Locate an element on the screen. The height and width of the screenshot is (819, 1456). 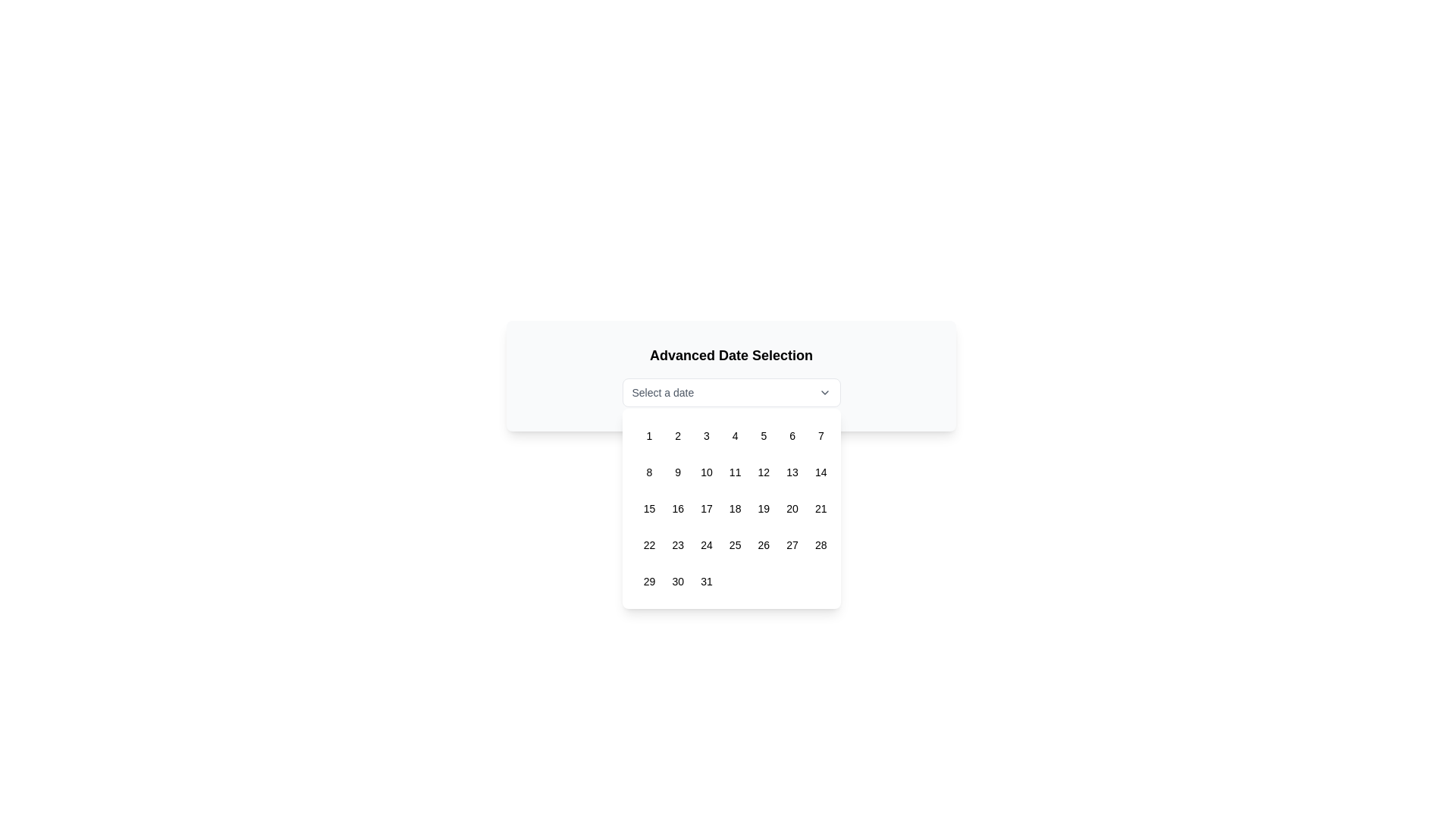
the button labeled '10' in the calendar interface is located at coordinates (705, 472).